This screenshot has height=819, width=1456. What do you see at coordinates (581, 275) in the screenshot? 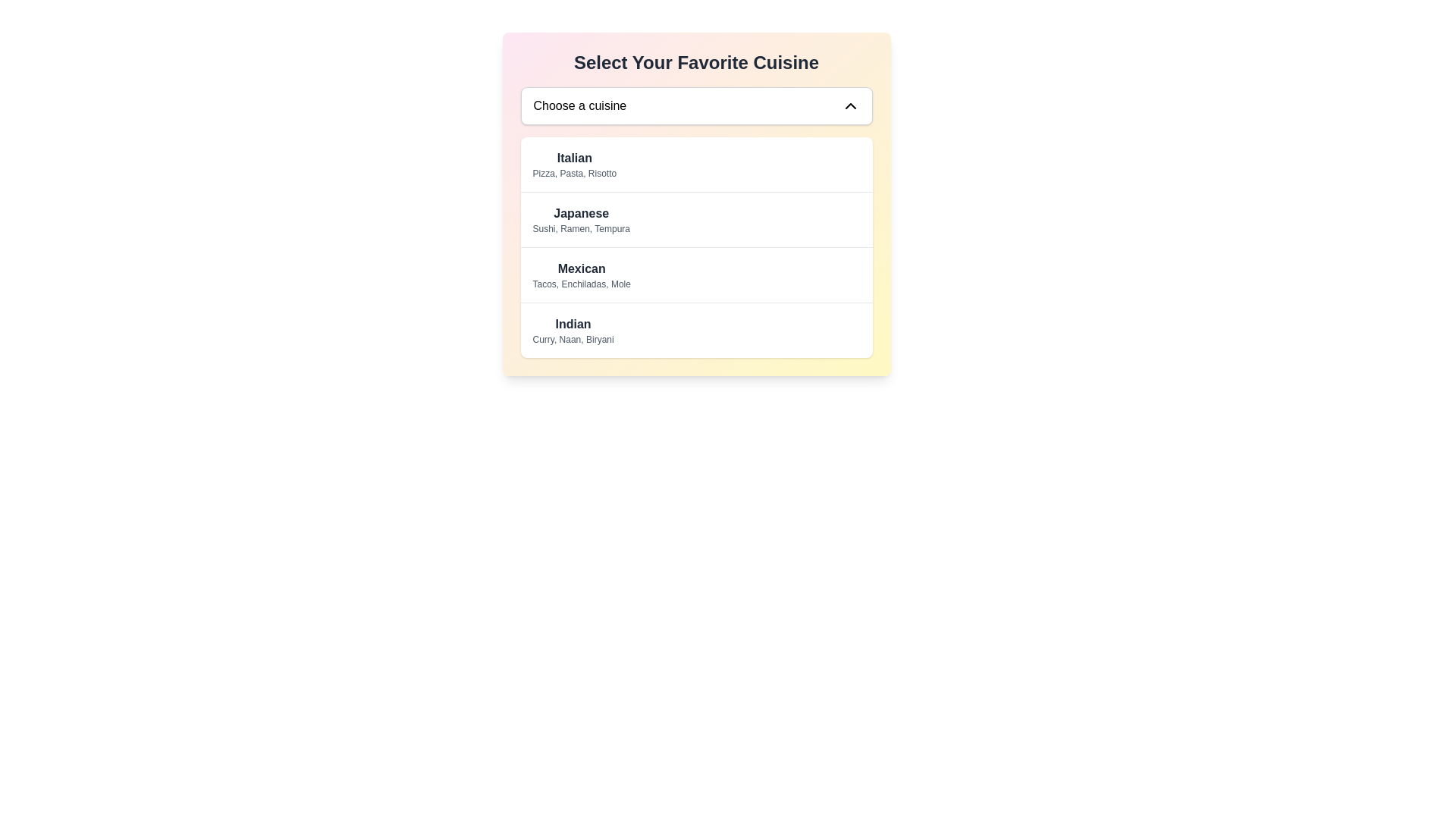
I see `the 'Mexican' cuisine option in the selectable list` at bounding box center [581, 275].